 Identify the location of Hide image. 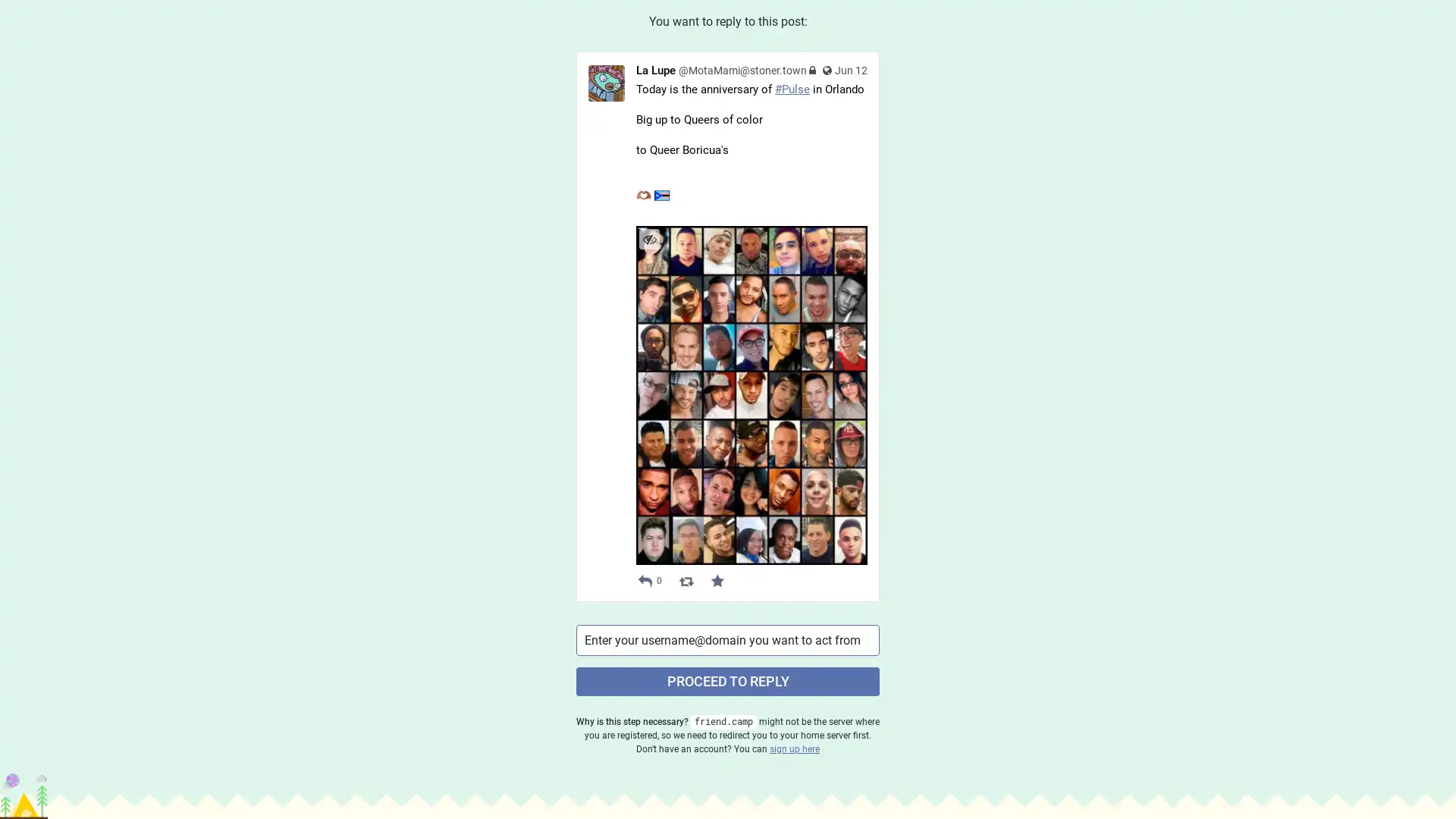
(649, 239).